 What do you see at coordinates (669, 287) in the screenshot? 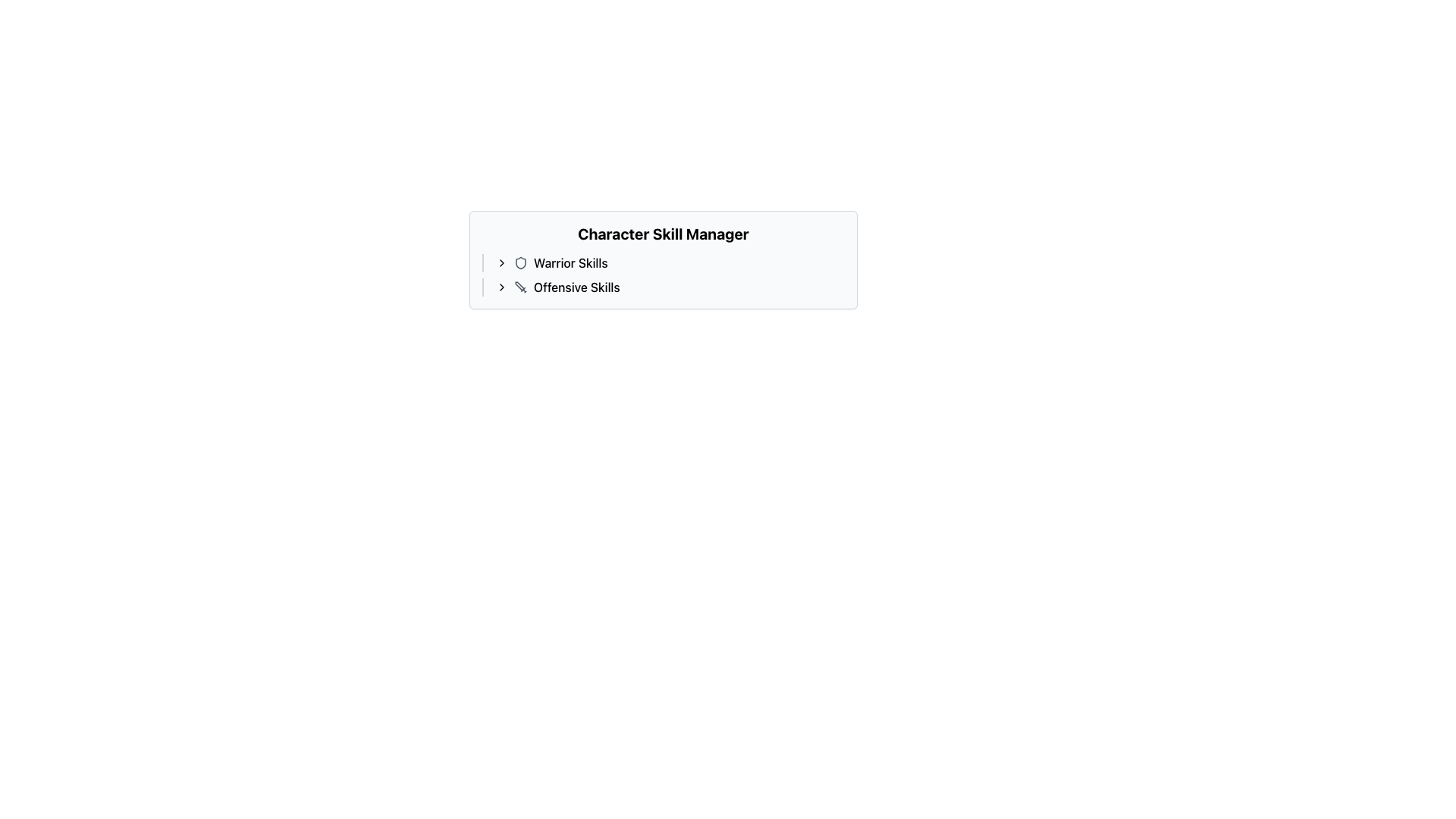
I see `the 'Offensive Skills' selectable list item, which is the second item` at bounding box center [669, 287].